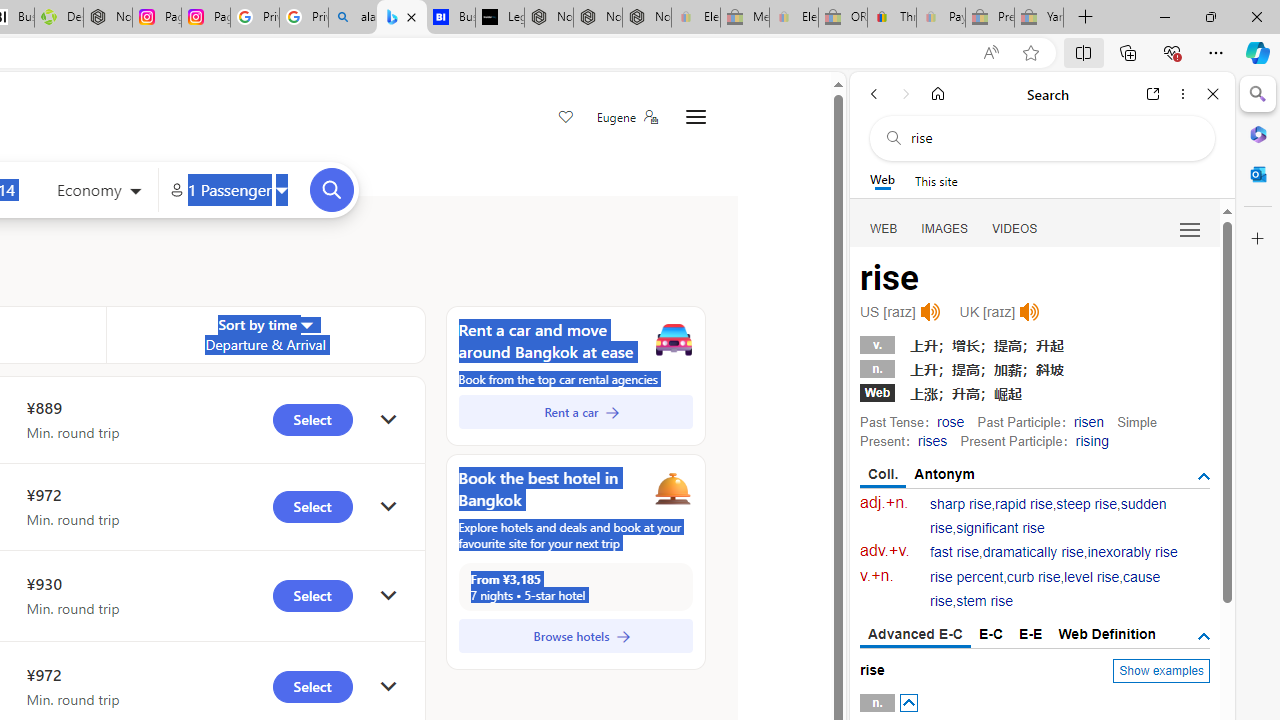 The image size is (1280, 720). Describe the element at coordinates (939, 17) in the screenshot. I see `'Payments Terms of Use | eBay.com - Sleeping'` at that location.